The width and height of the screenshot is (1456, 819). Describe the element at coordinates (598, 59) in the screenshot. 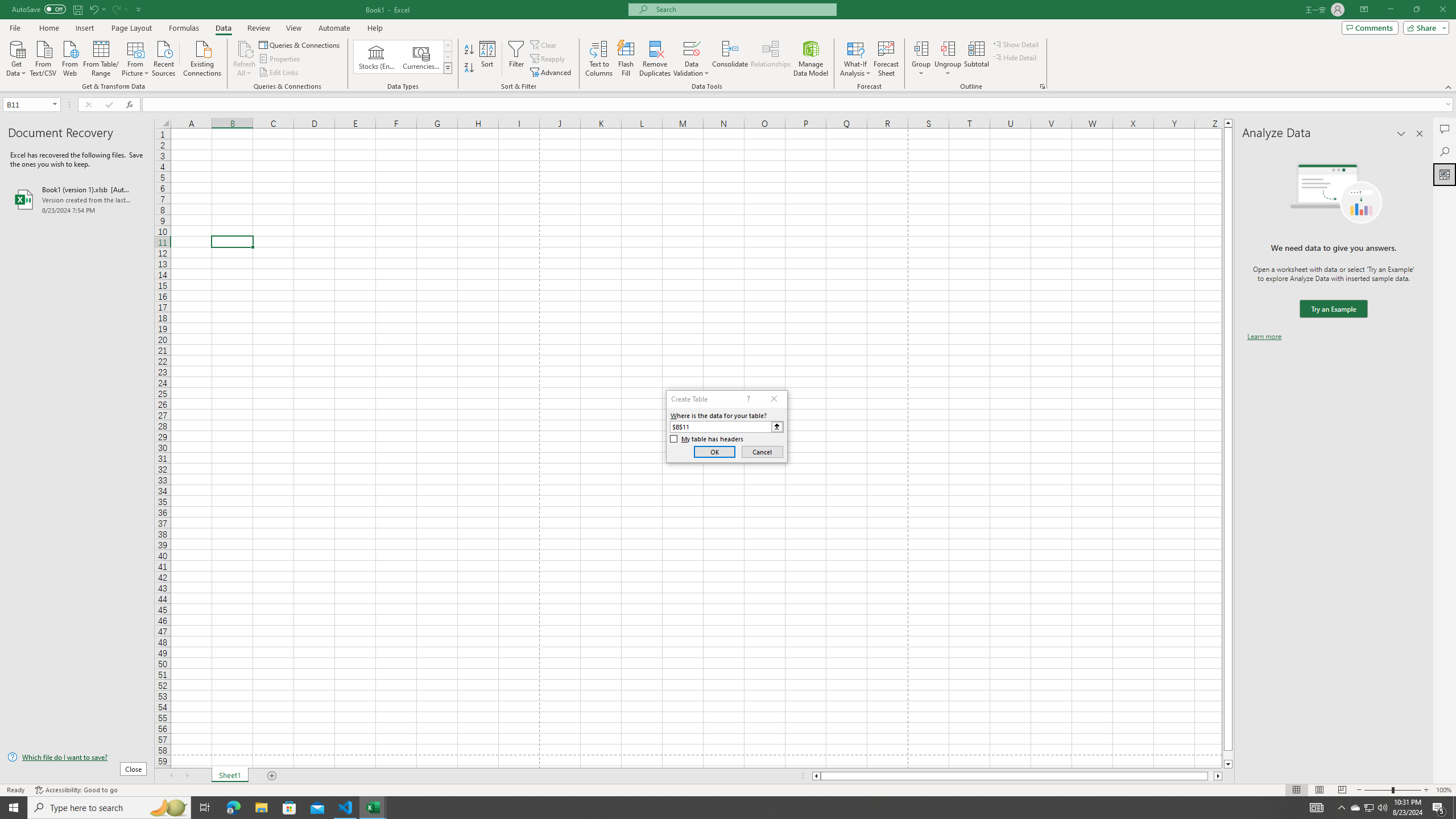

I see `'Text to Columns...'` at that location.